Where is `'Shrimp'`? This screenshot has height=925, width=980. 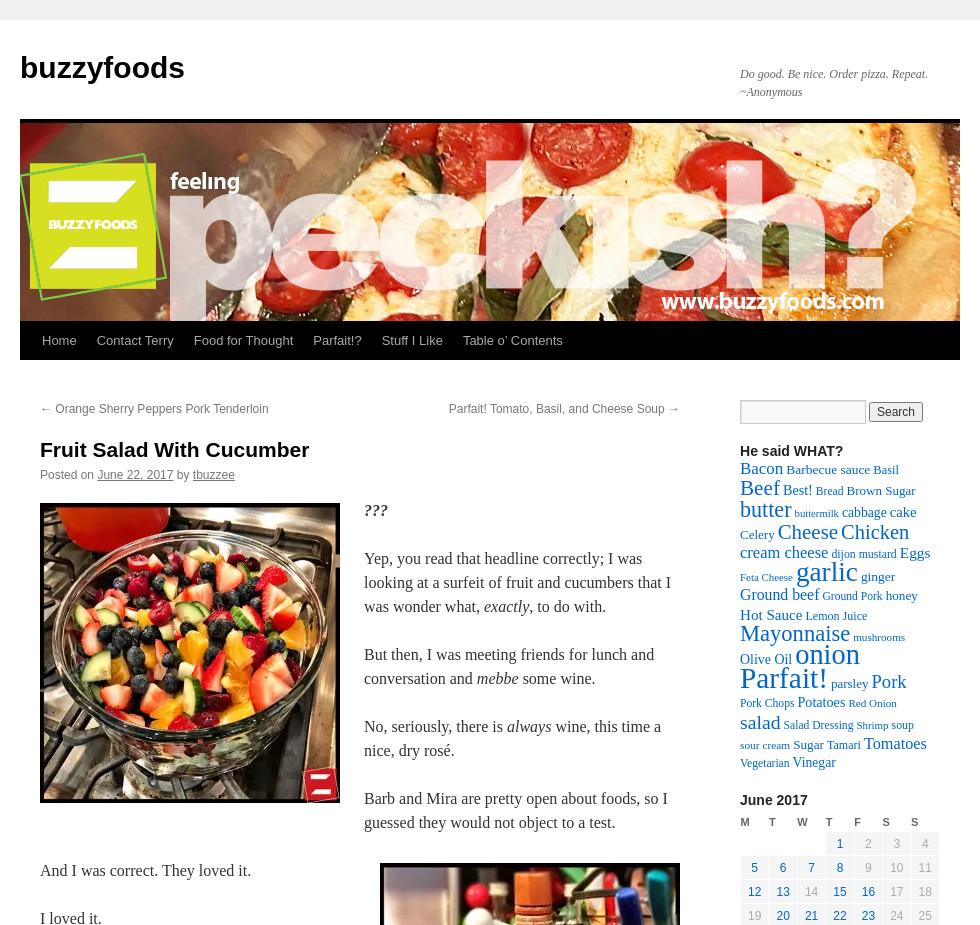 'Shrimp' is located at coordinates (872, 725).